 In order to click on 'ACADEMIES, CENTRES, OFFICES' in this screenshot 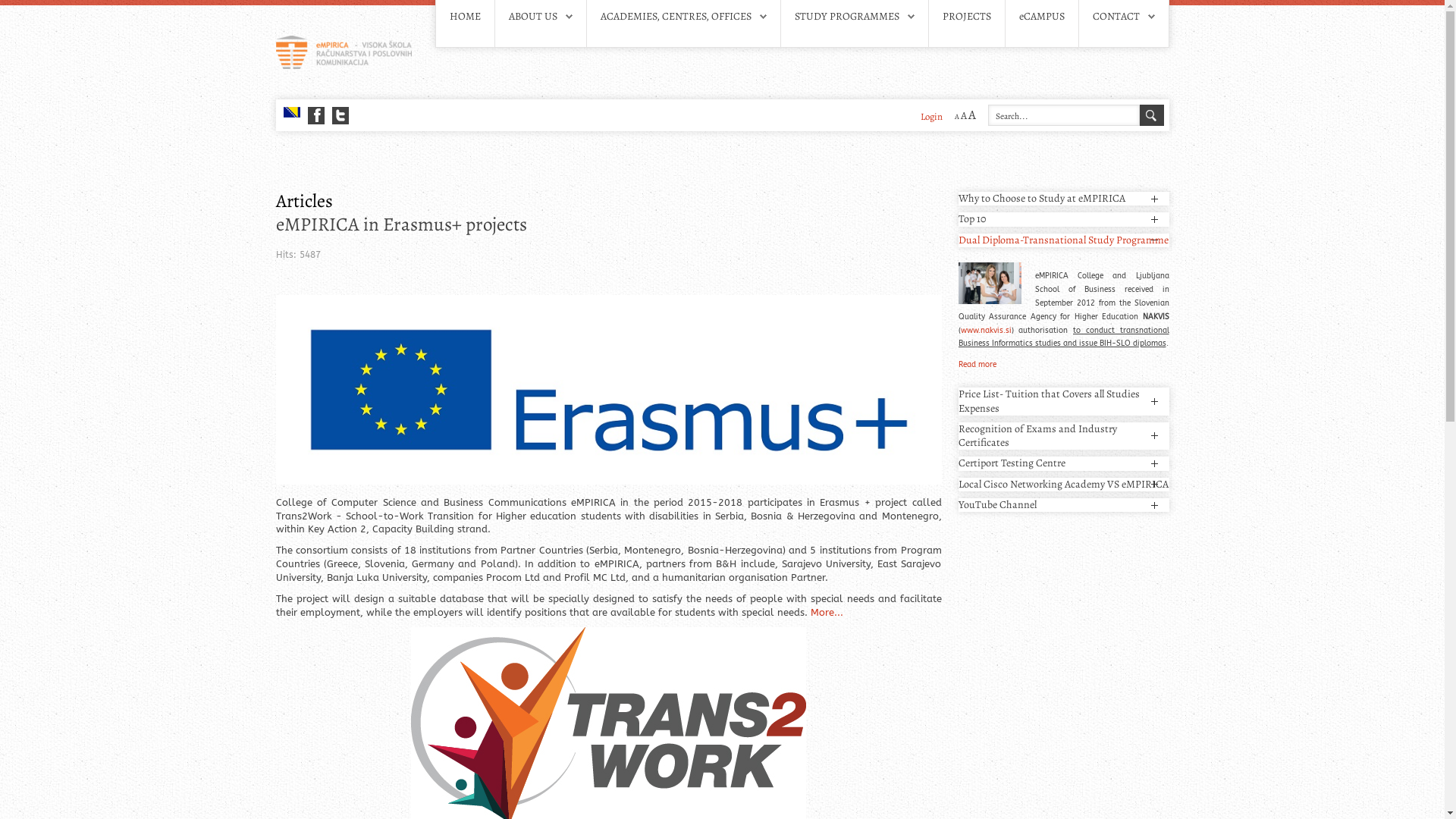, I will do `click(682, 17)`.